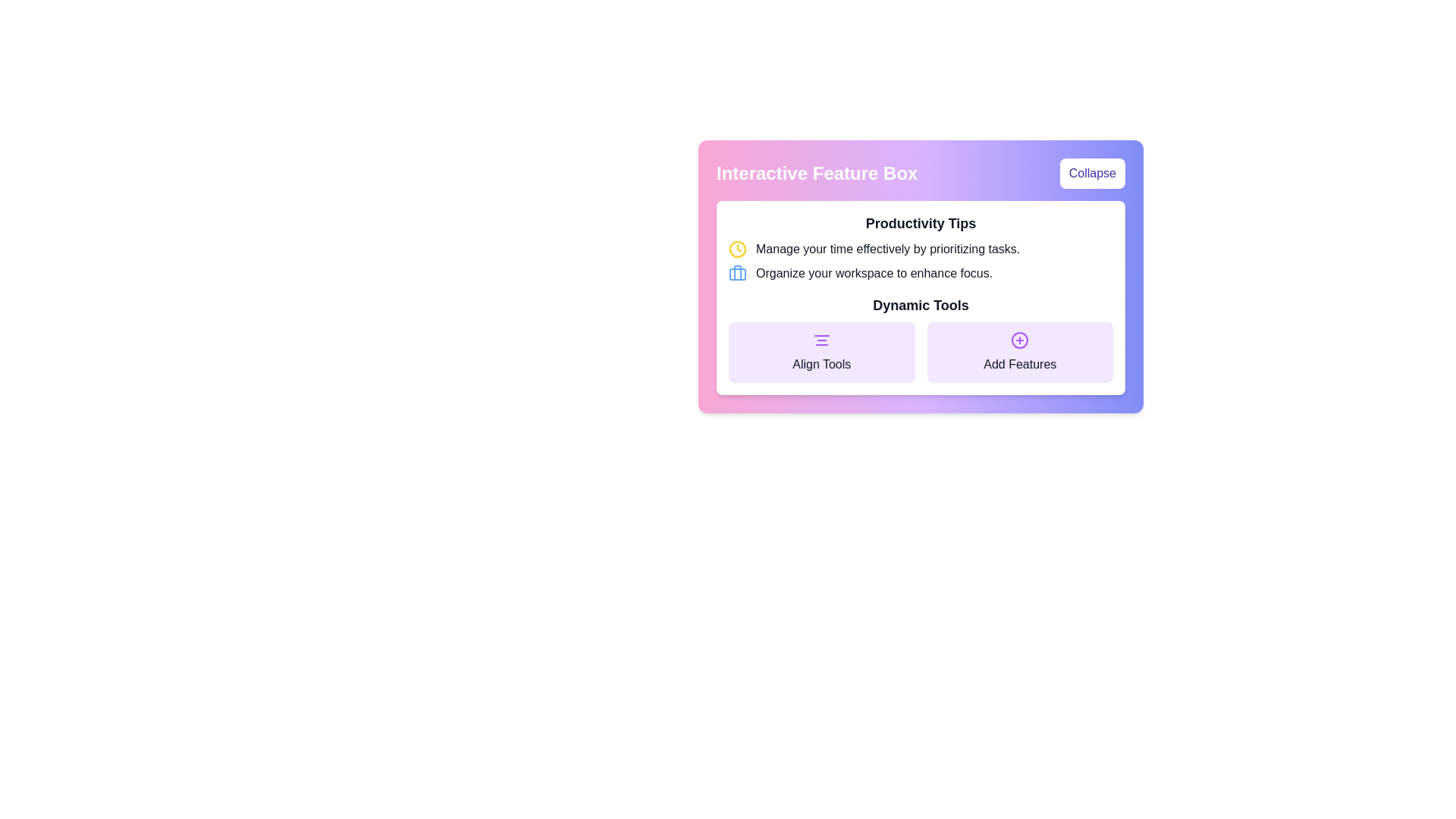  Describe the element at coordinates (738, 274) in the screenshot. I see `the blue-shaded briefcase icon located in the 'Productivity Tips' section, aligned with the text 'Organize your workspace to enhance focus.' to trigger a tooltip` at that location.